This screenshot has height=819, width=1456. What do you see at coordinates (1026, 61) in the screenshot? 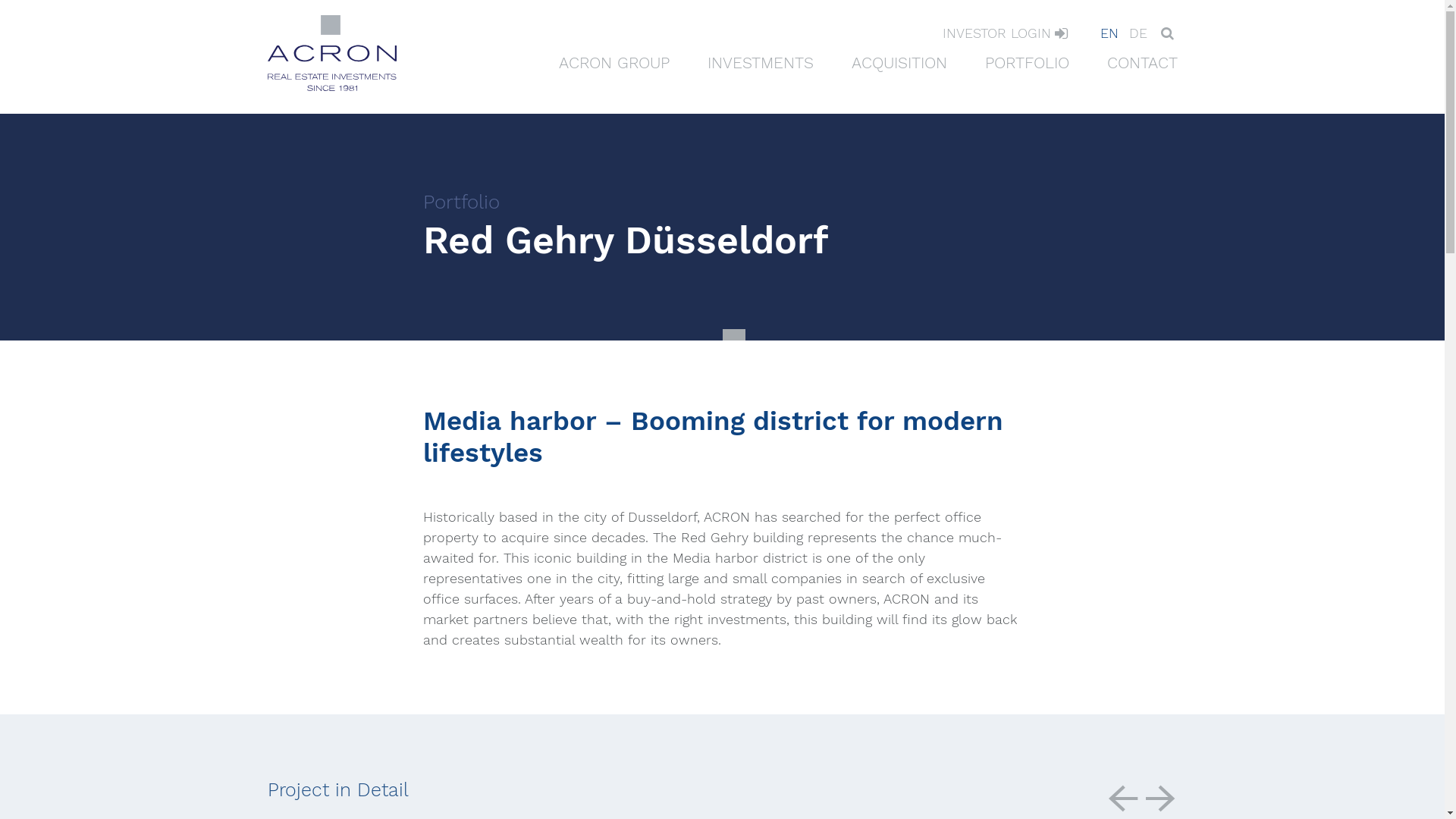
I see `'PORTFOLIO'` at bounding box center [1026, 61].